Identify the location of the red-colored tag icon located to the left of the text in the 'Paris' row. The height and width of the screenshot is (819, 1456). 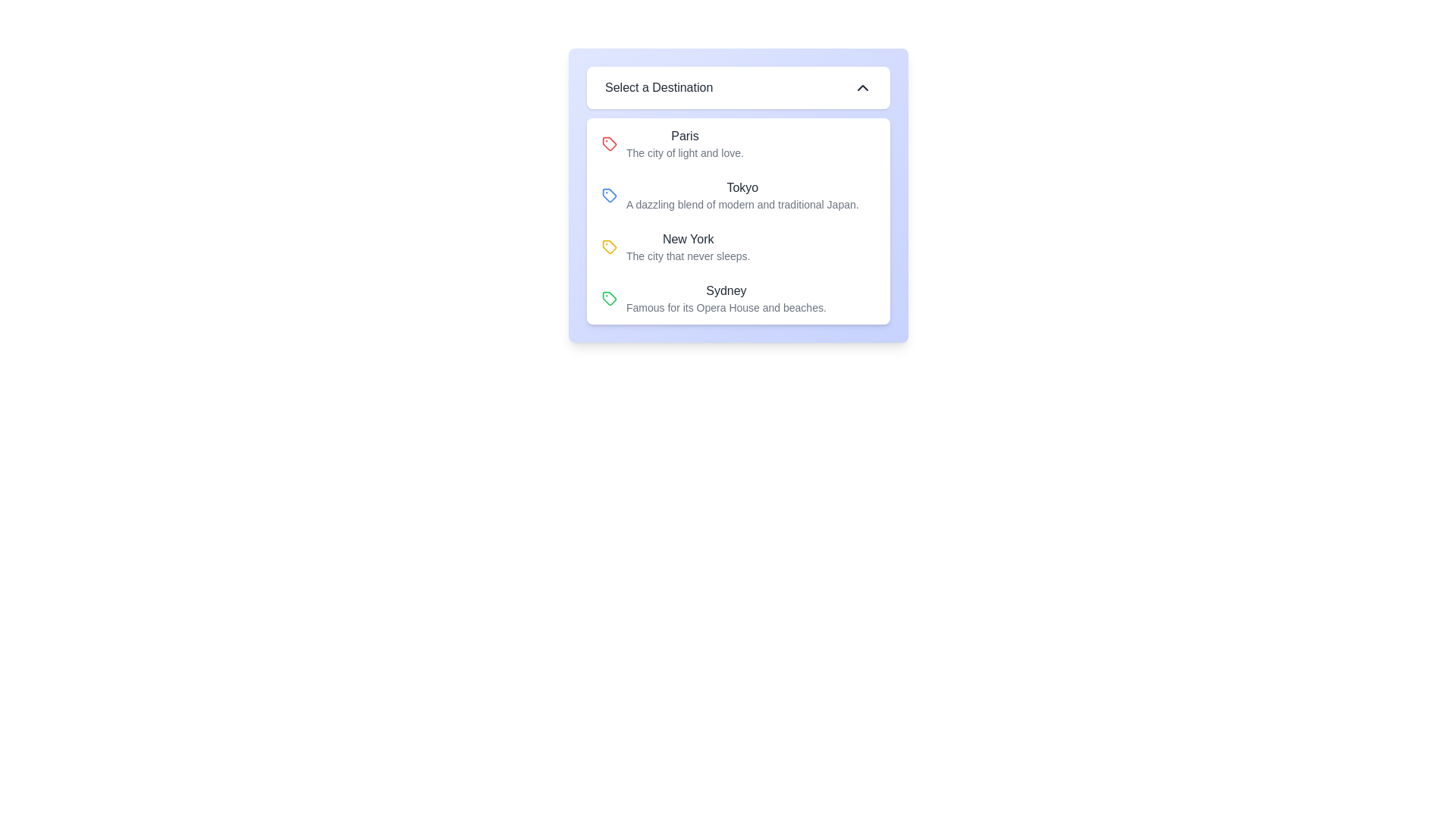
(610, 143).